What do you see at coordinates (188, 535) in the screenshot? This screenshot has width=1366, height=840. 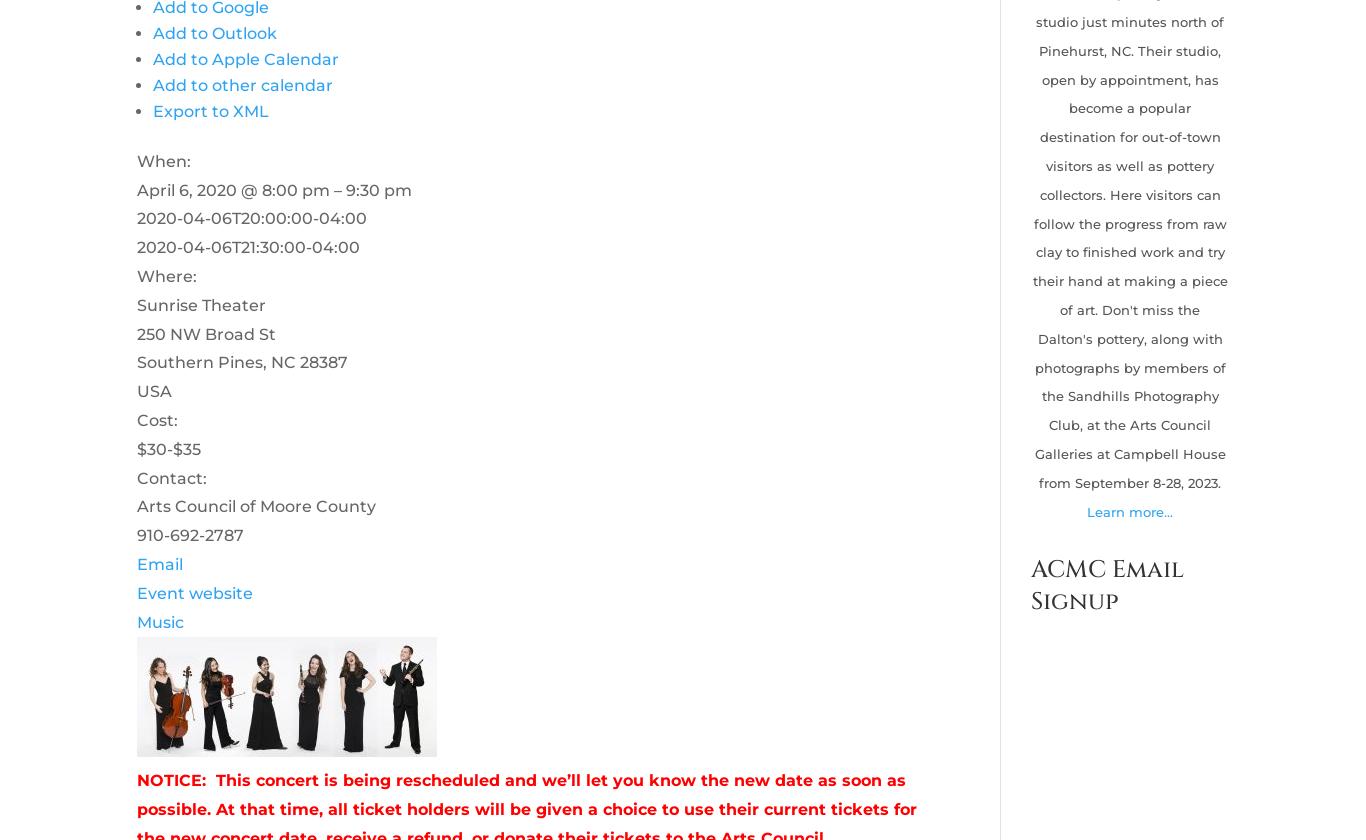 I see `'910-692-2787'` at bounding box center [188, 535].